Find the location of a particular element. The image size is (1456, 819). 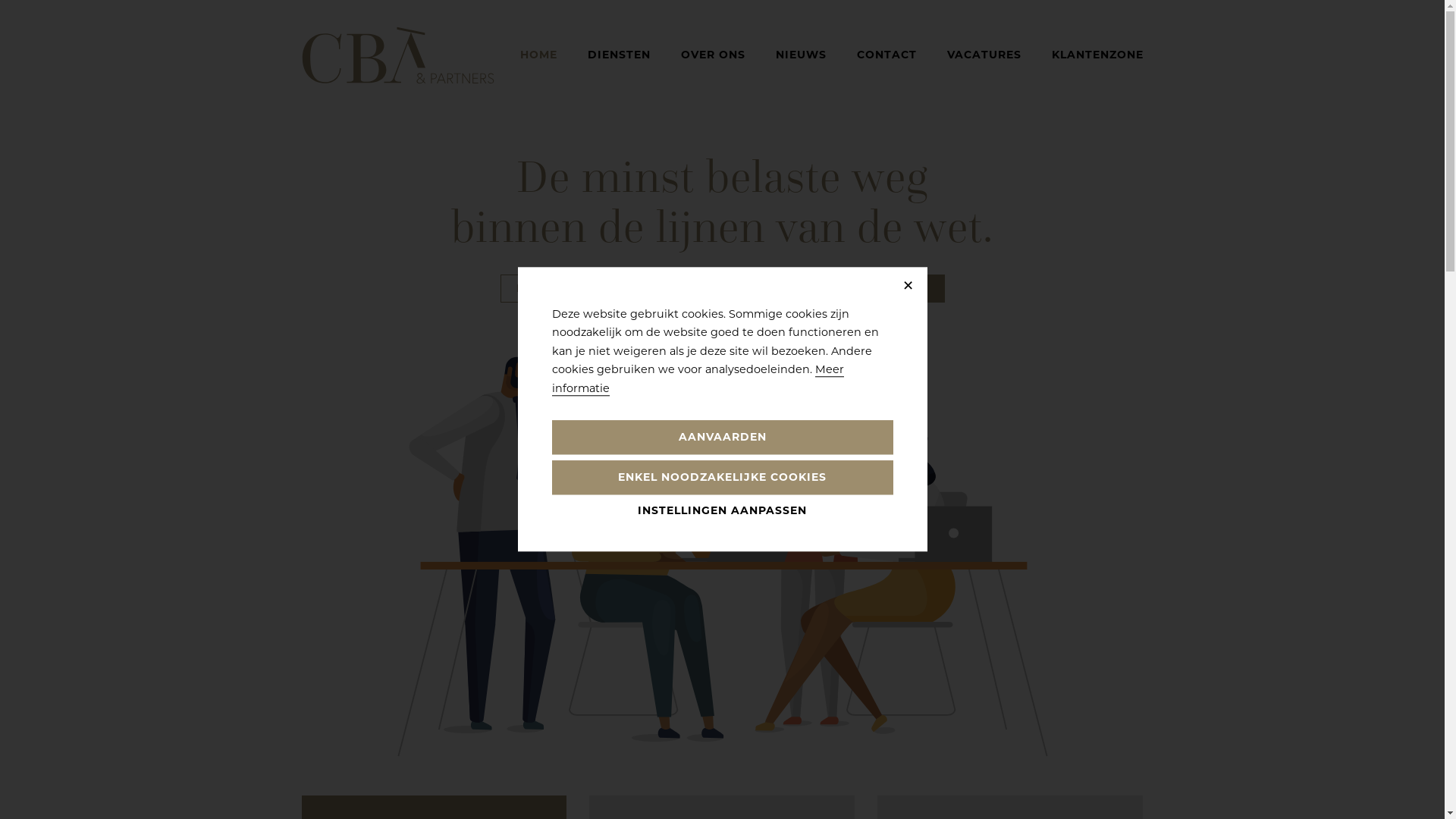

'ENKEL NOODZAKELIJKE COOKIES' is located at coordinates (722, 478).